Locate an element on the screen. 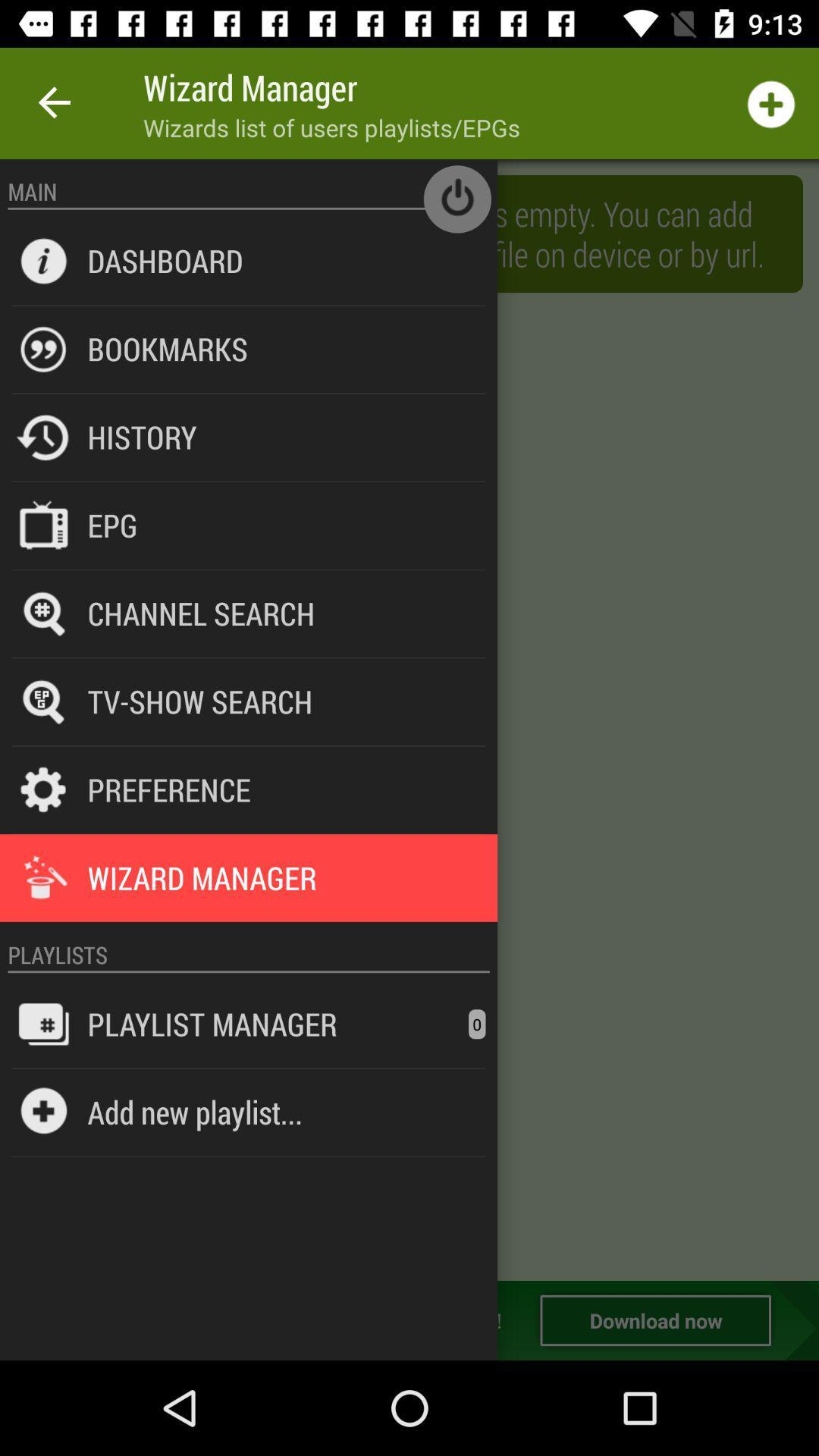  the item above the playlists is located at coordinates (248, 921).